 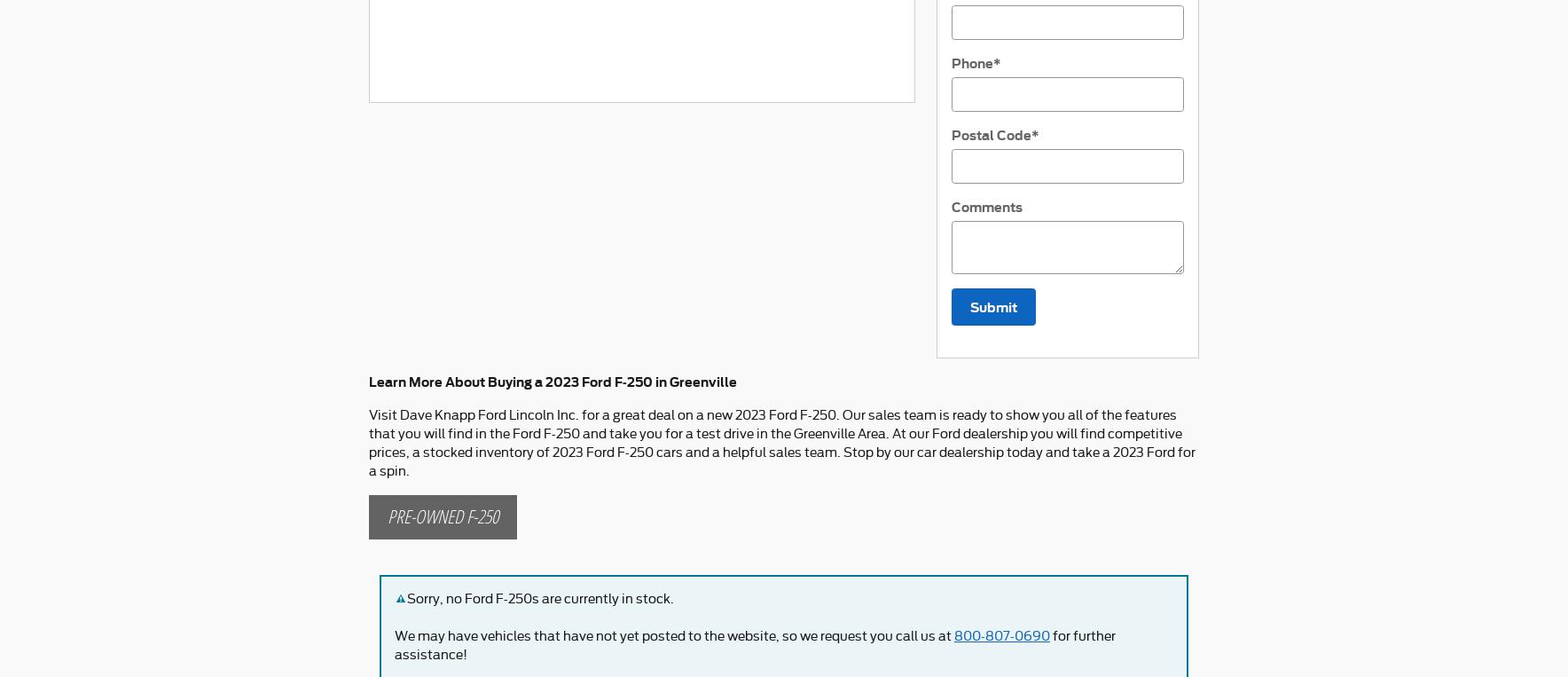 What do you see at coordinates (442, 515) in the screenshot?
I see `'Pre-Owned F-250'` at bounding box center [442, 515].